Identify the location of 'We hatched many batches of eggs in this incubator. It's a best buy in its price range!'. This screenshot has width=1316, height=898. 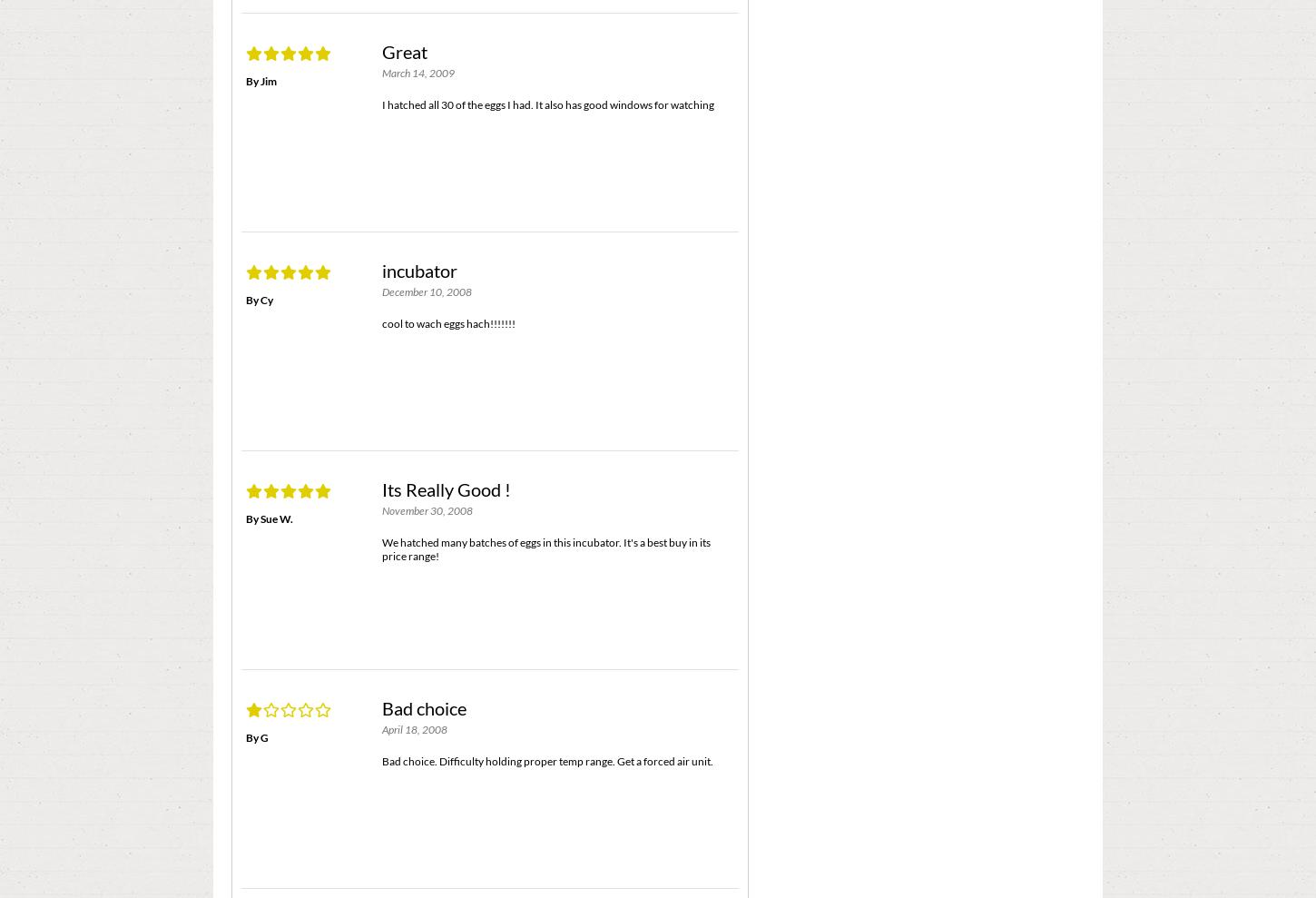
(546, 548).